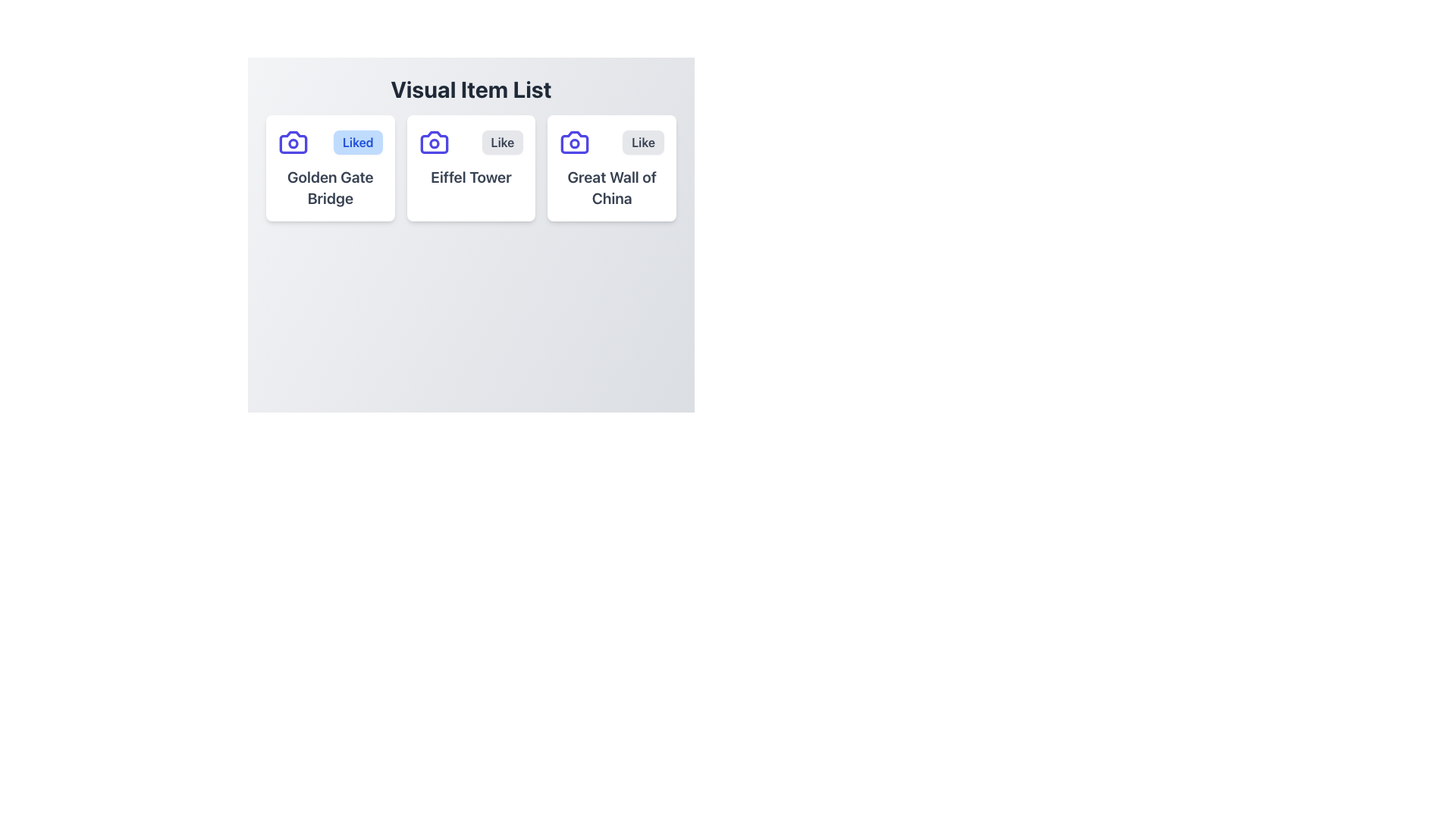 This screenshot has width=1456, height=819. What do you see at coordinates (470, 168) in the screenshot?
I see `the visual card for the 'Eiffel Tower' item, which is the second card in the middle column of a three-column grid layout` at bounding box center [470, 168].